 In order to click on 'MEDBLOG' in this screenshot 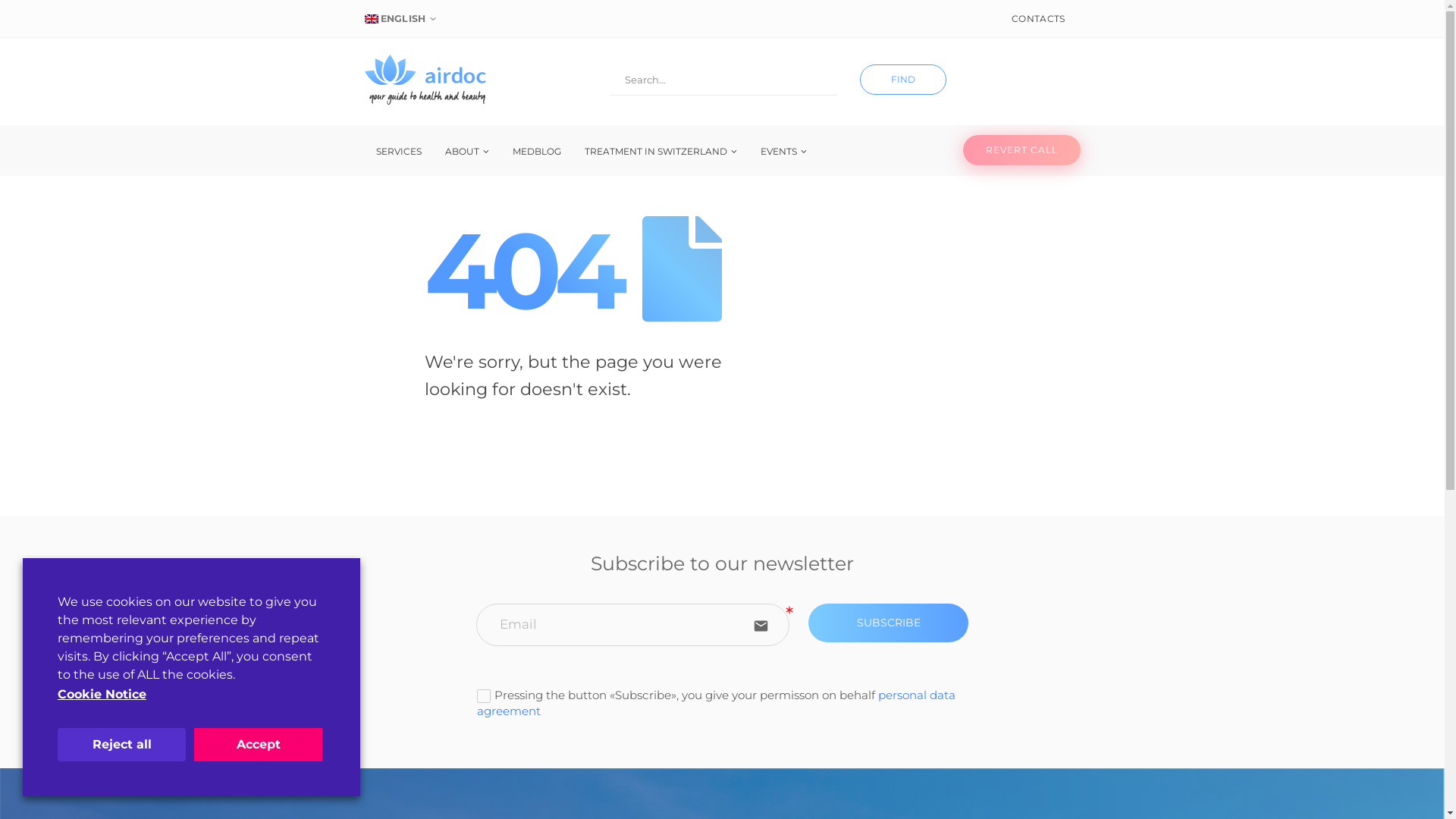, I will do `click(535, 152)`.